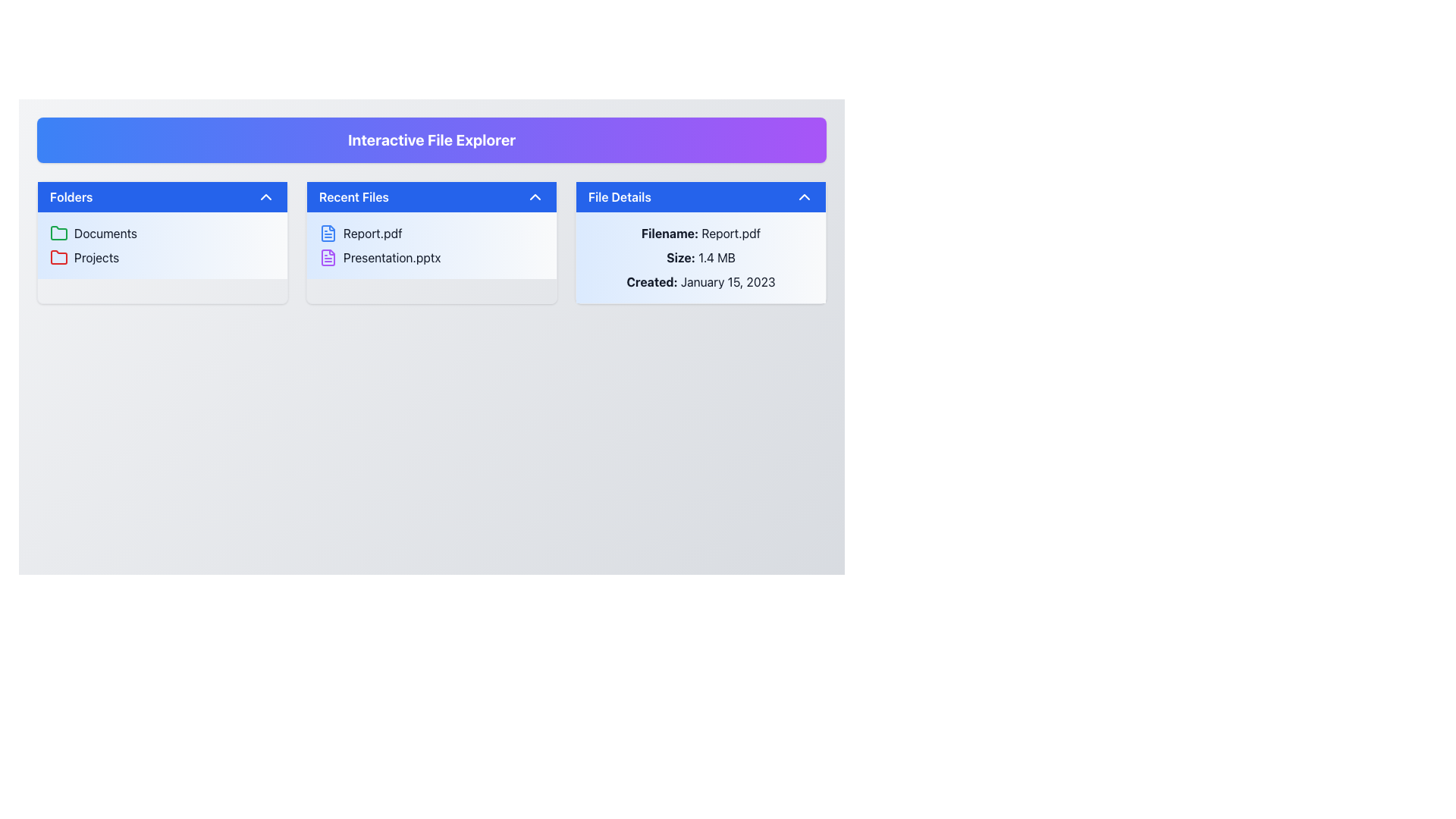 Image resolution: width=1456 pixels, height=819 pixels. What do you see at coordinates (58, 256) in the screenshot?
I see `the 'Projects' folder icon, which is the first icon in the 'Projects' row under the 'Folders' section` at bounding box center [58, 256].